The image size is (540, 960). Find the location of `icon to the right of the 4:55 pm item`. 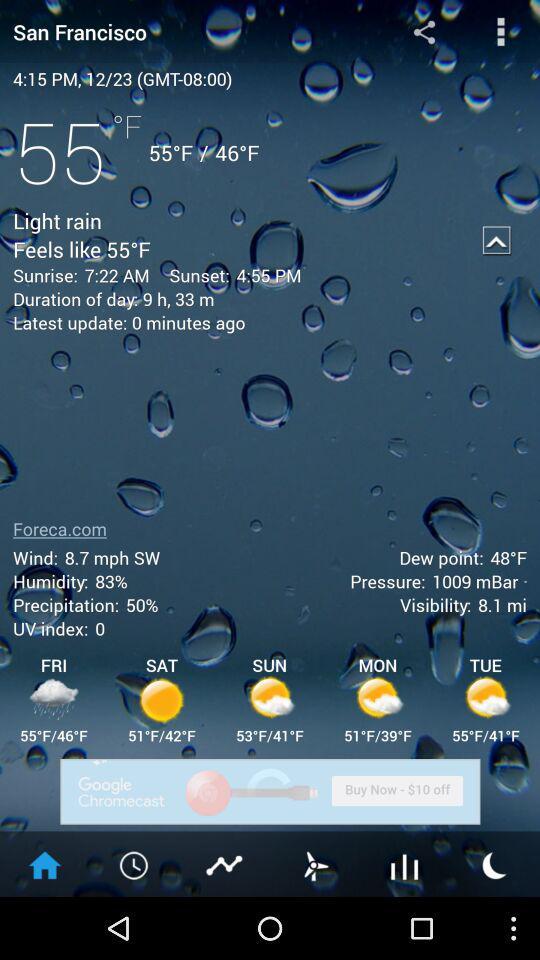

icon to the right of the 4:55 pm item is located at coordinates (496, 240).